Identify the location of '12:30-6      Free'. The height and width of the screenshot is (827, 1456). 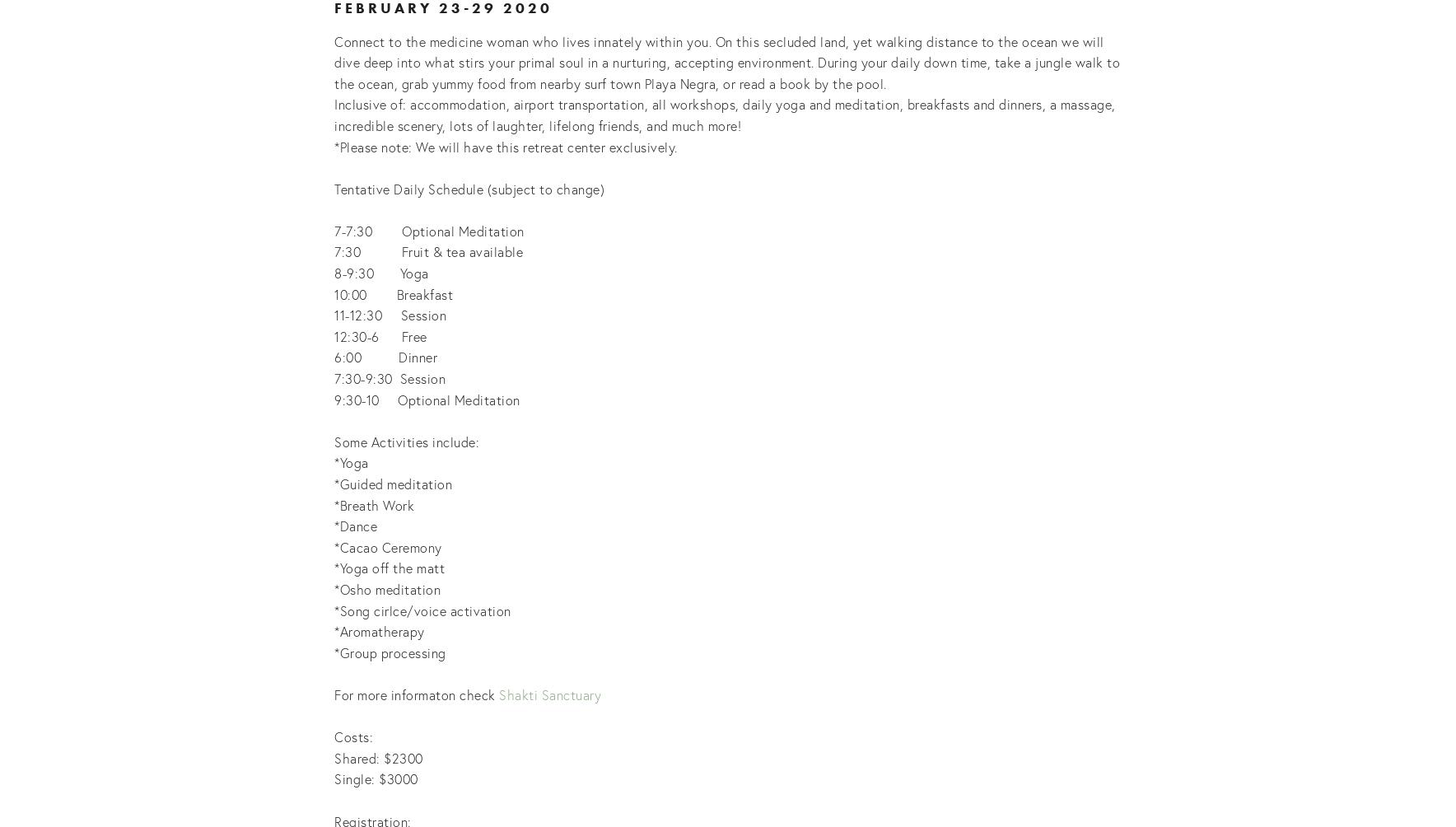
(379, 334).